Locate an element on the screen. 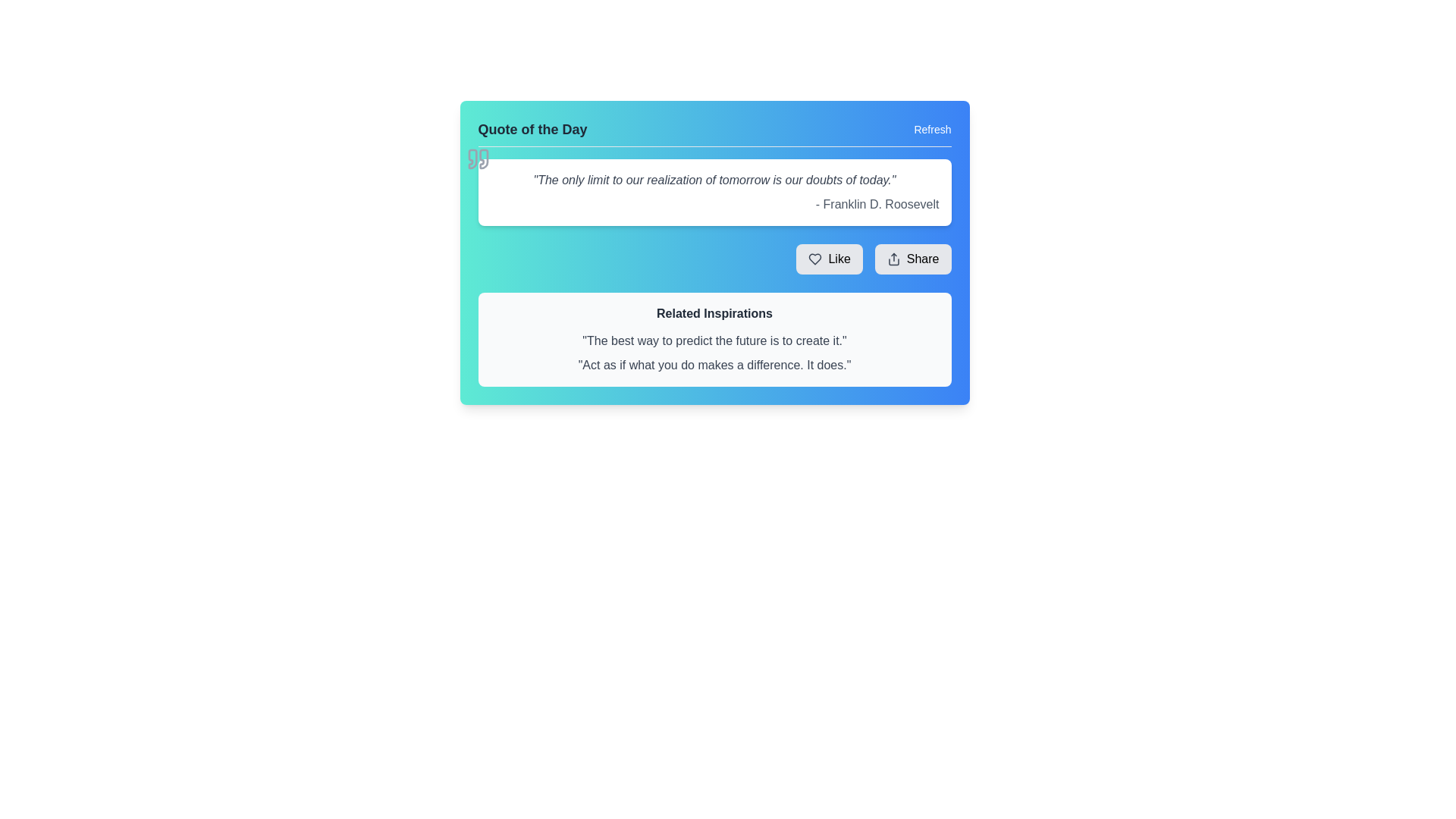 This screenshot has width=1456, height=819. the text block containing the inspirational quotes, which is located below the 'Related Inspirations' heading in a bordered rectangular area is located at coordinates (714, 353).